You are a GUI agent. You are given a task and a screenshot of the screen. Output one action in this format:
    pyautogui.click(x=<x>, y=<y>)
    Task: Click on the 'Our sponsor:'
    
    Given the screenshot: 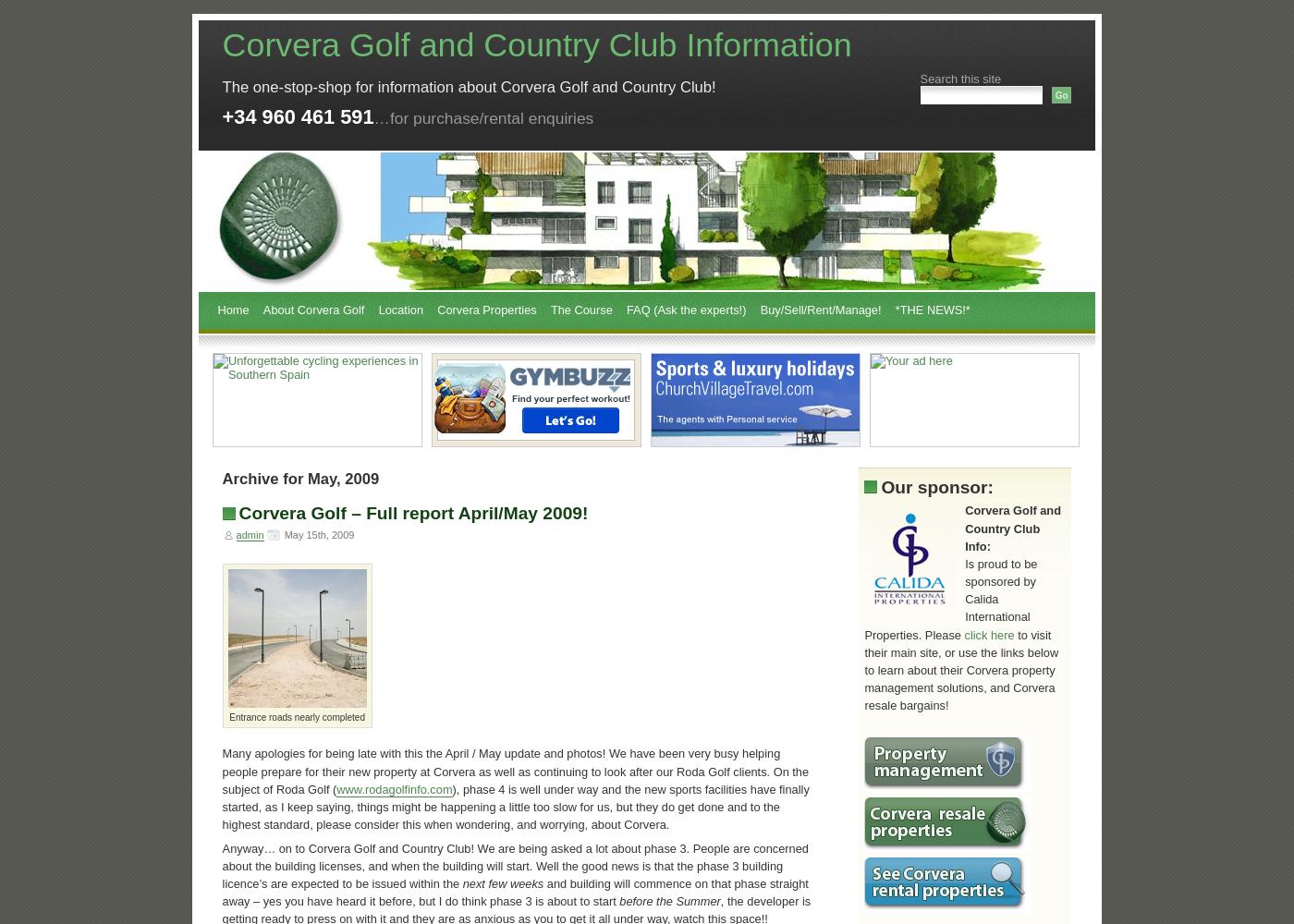 What is the action you would take?
    pyautogui.click(x=936, y=486)
    